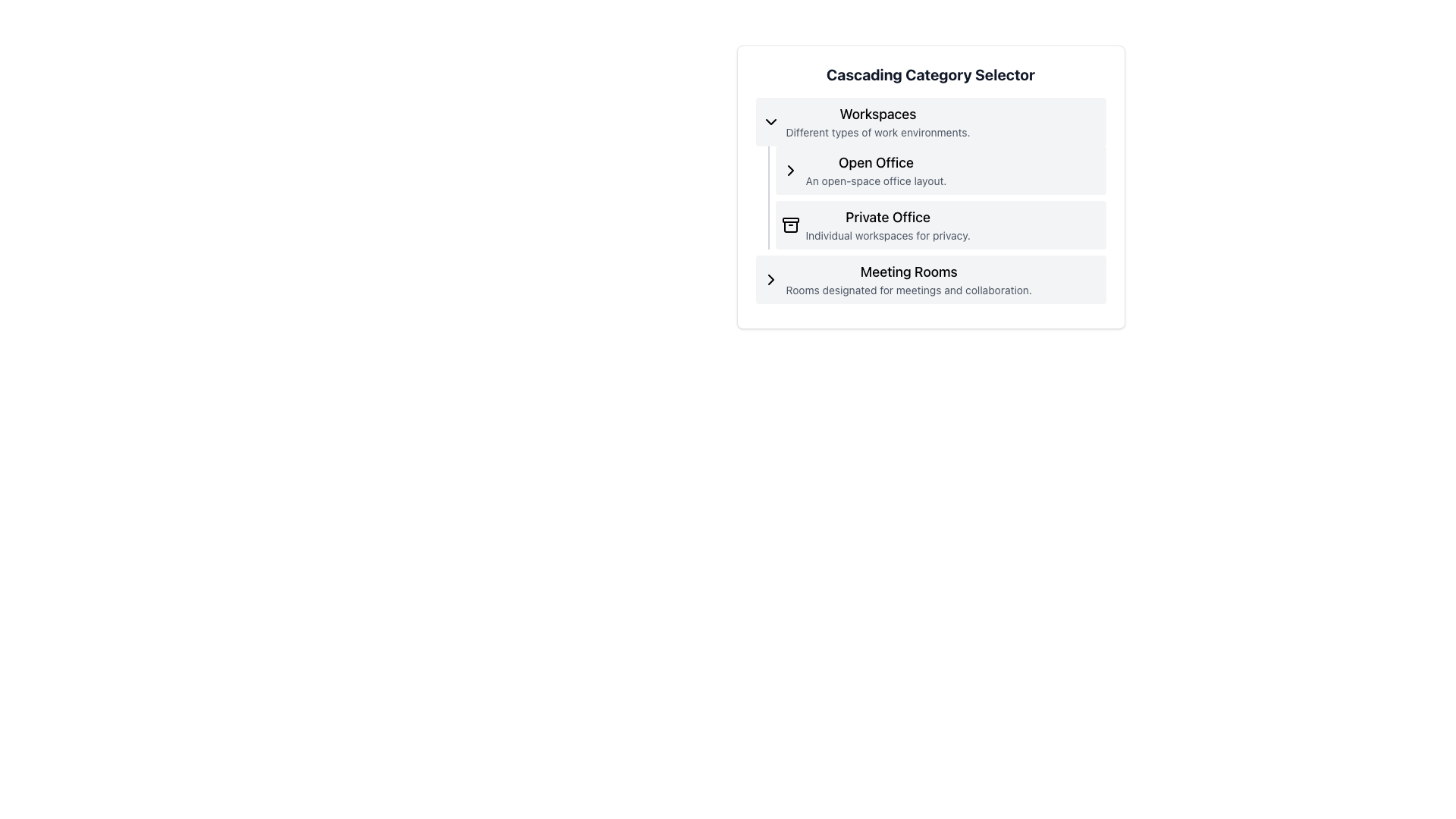 Image resolution: width=1456 pixels, height=819 pixels. I want to click on to select the 'Private Office' category option in the cascading selection interface, which is the second item in the 'Workspaces' category list, so click(940, 225).